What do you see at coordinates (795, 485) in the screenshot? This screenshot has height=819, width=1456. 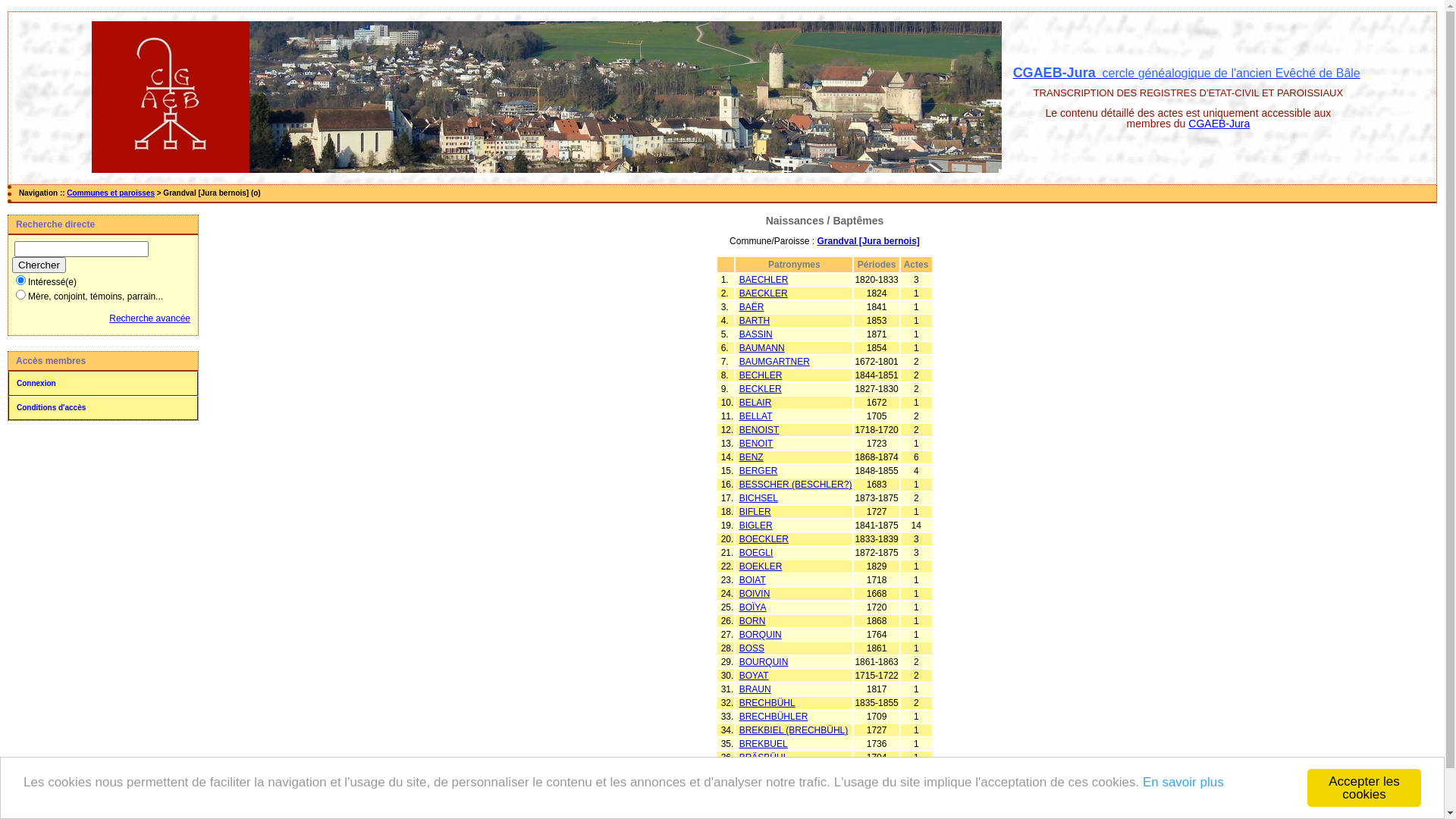 I see `'BESSCHER (BESCHLER?)'` at bounding box center [795, 485].